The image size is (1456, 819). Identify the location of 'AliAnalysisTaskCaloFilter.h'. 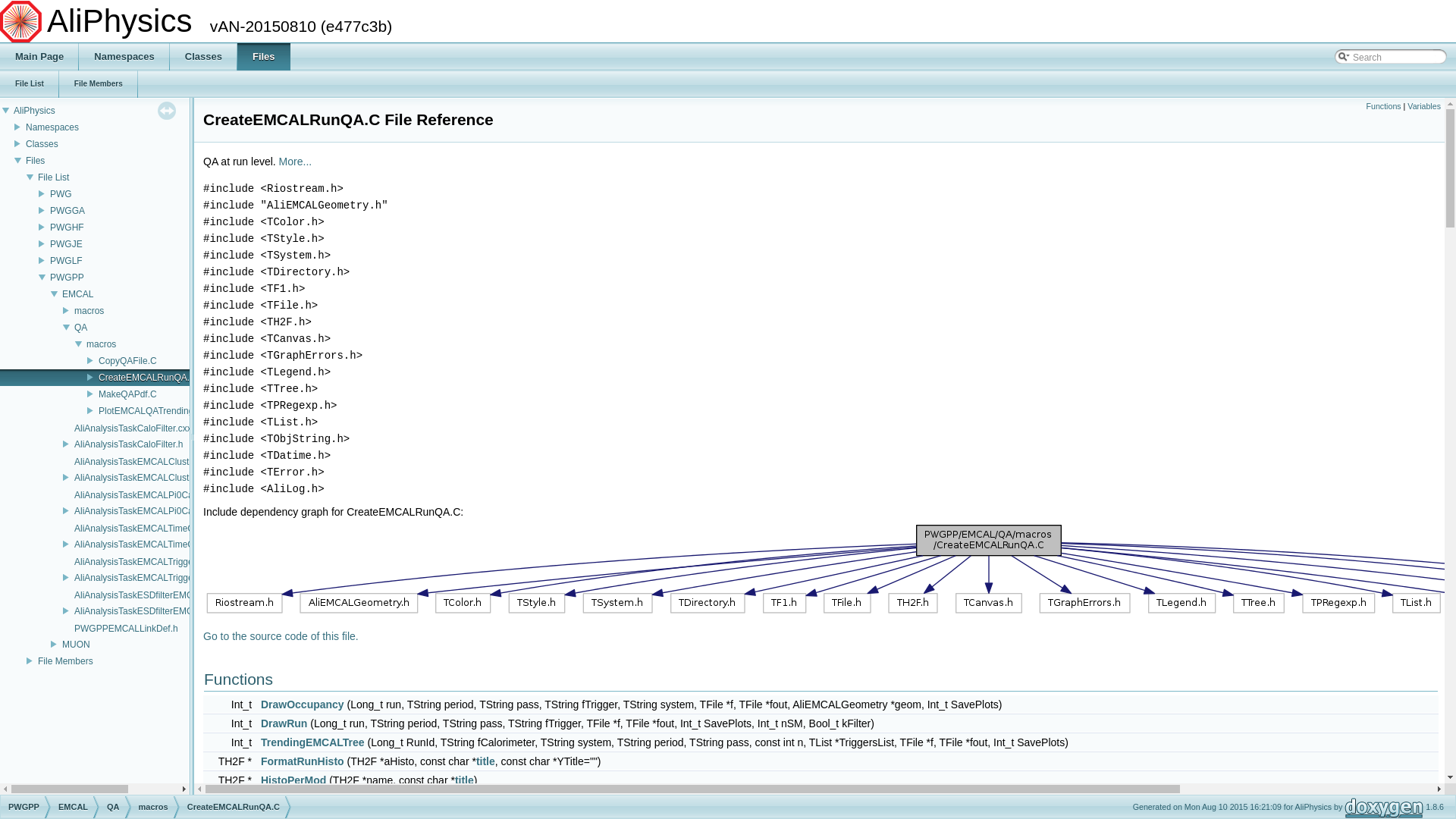
(128, 444).